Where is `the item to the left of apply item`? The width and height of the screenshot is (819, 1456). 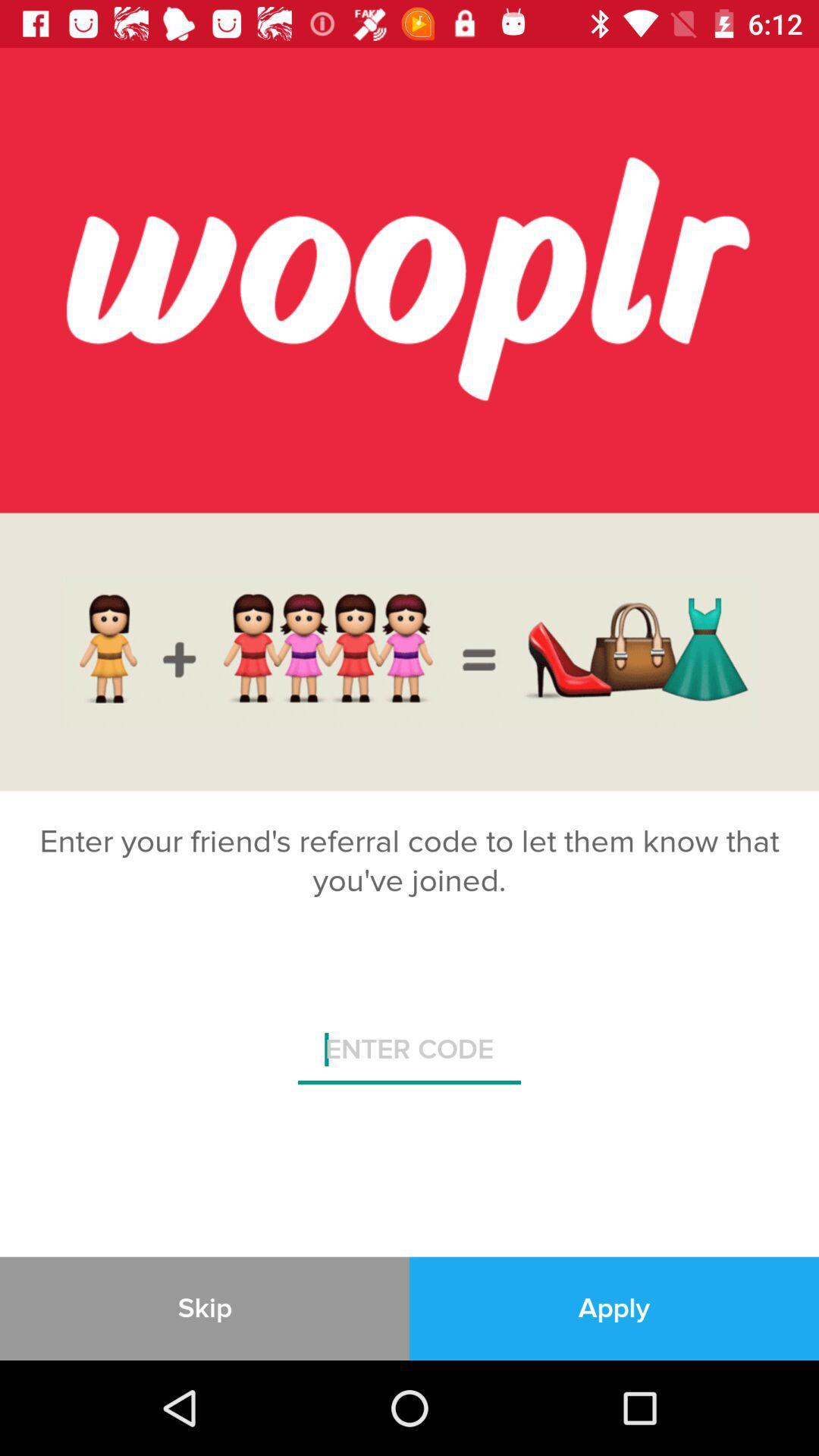 the item to the left of apply item is located at coordinates (205, 1307).